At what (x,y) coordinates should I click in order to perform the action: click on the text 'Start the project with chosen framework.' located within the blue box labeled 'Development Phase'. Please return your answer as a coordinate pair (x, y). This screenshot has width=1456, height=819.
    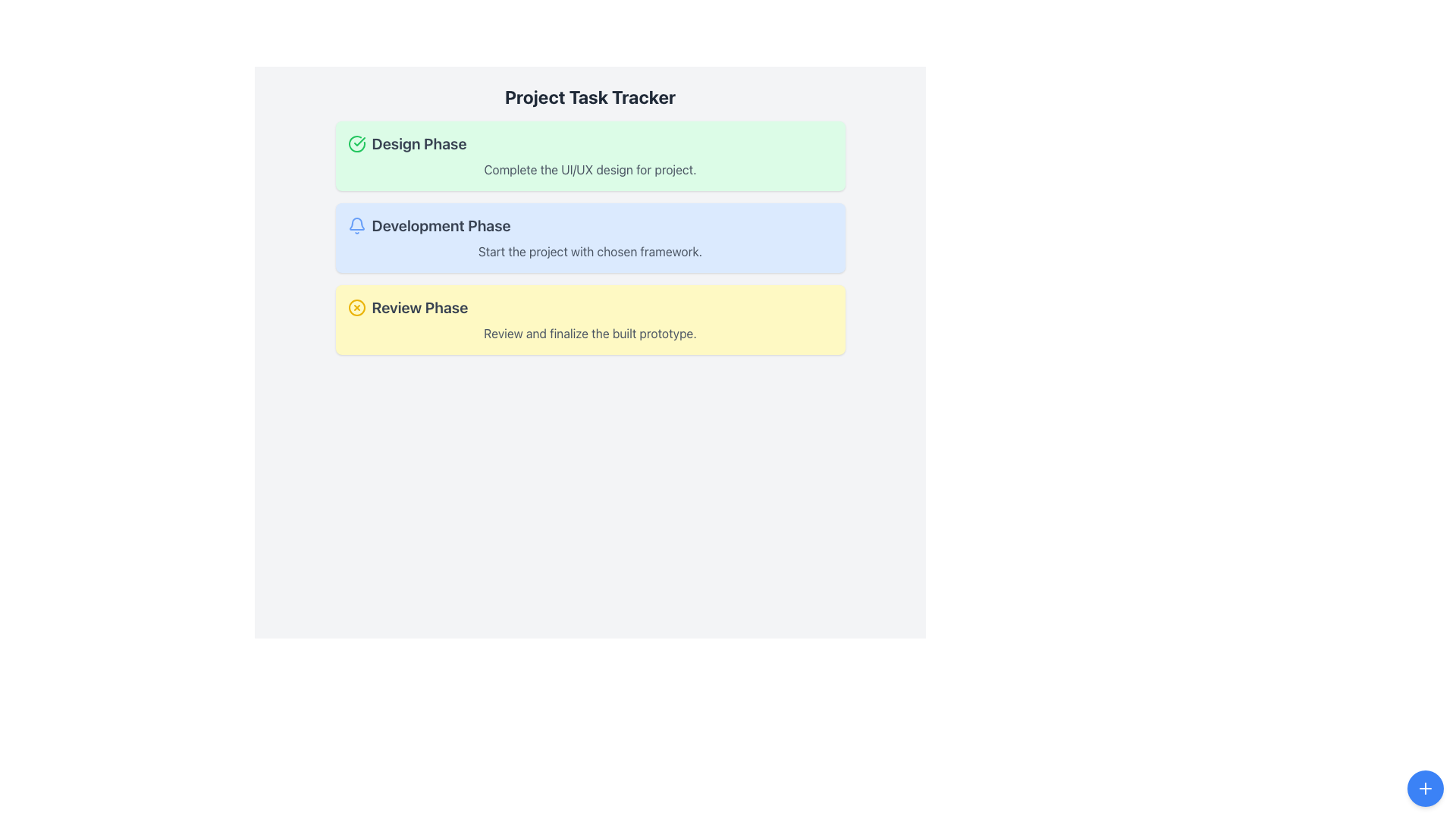
    Looking at the image, I should click on (589, 250).